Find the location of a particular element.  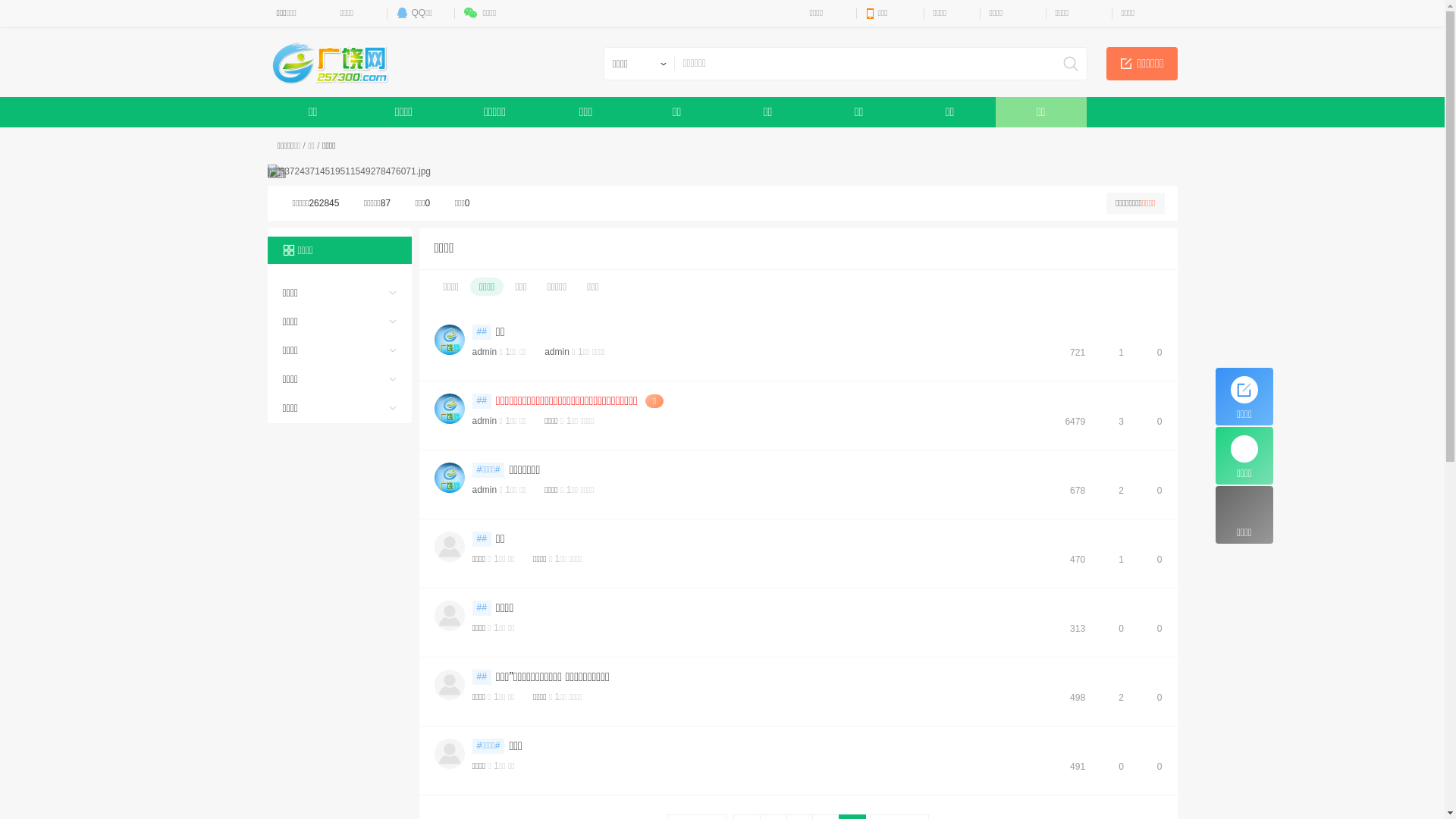

'313' is located at coordinates (1069, 629).